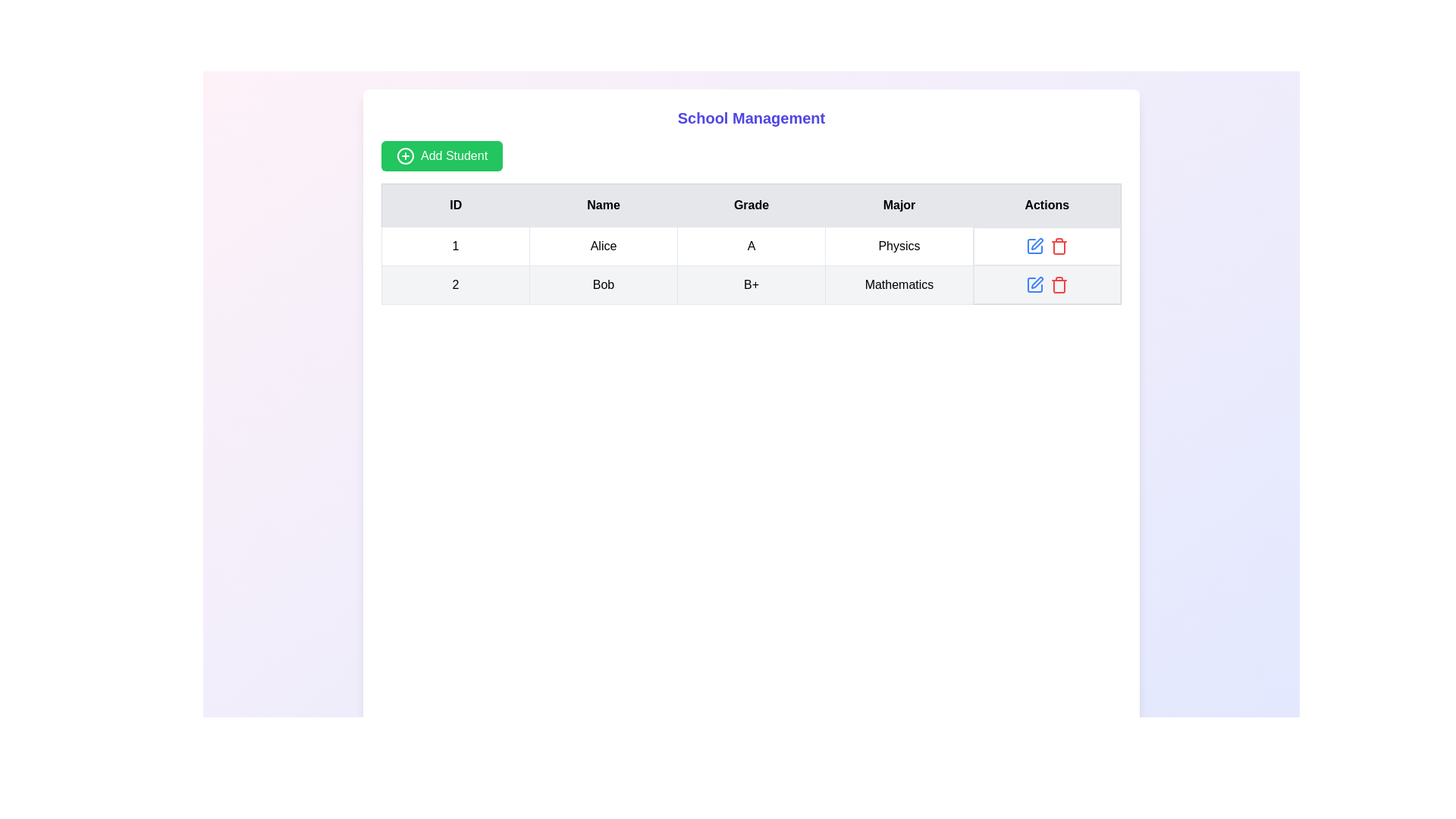  Describe the element at coordinates (1058, 245) in the screenshot. I see `the red trash can icon in the 'Actions' column` at that location.